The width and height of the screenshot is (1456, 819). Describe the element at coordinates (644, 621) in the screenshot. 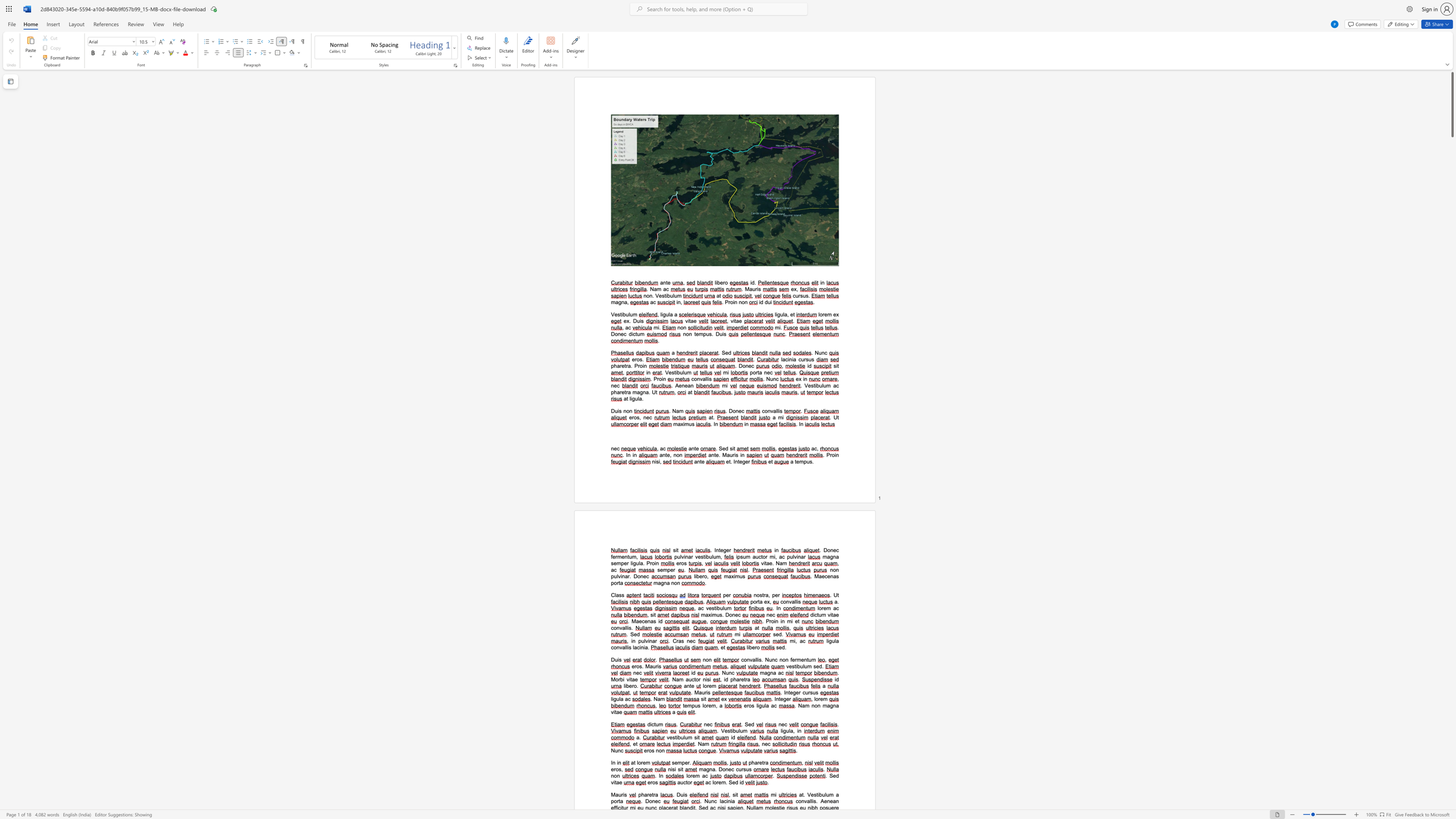

I see `the space between the continuous character "c" and "e" in the text` at that location.